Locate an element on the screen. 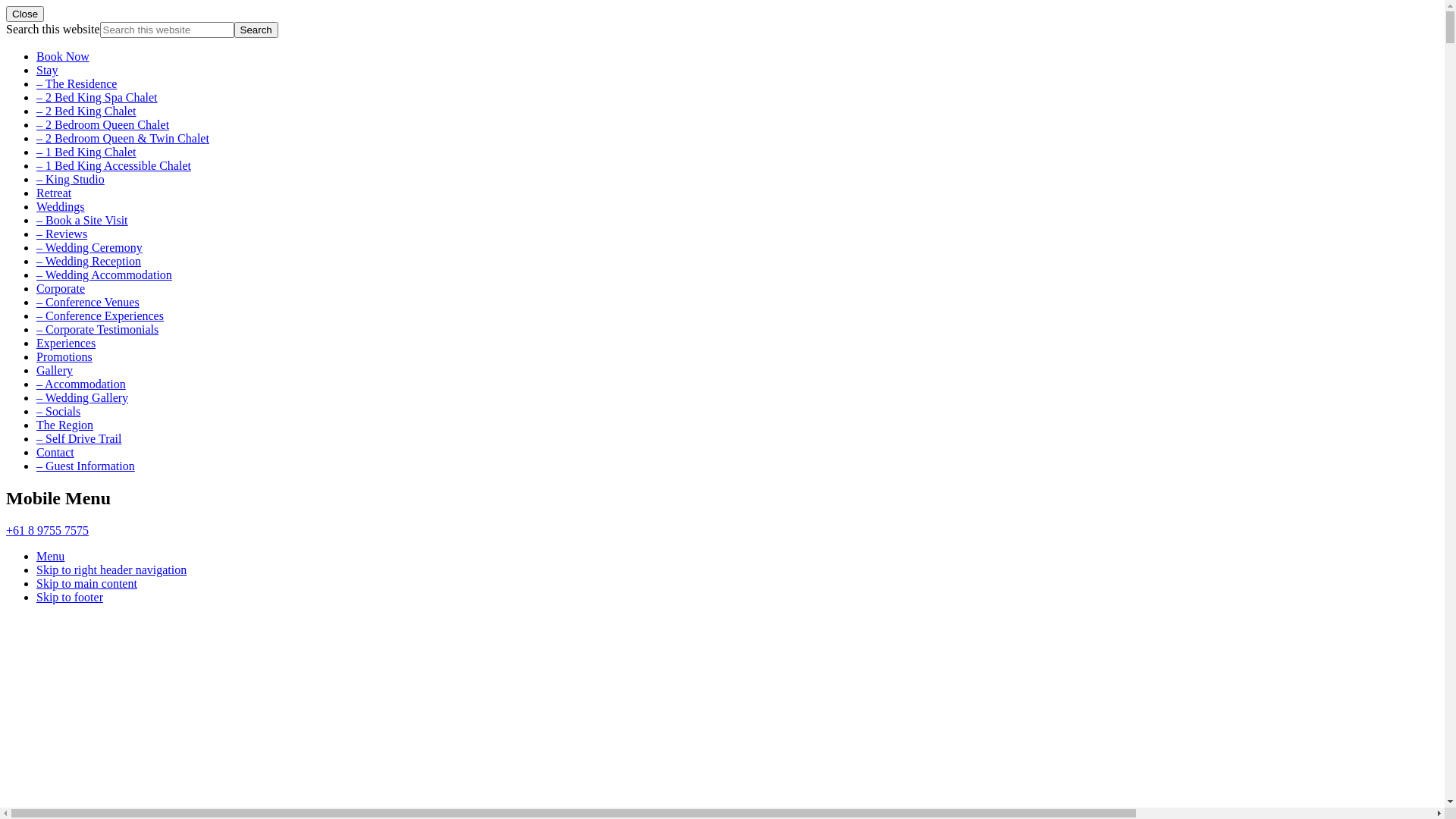 The image size is (1456, 819). 'The Region' is located at coordinates (64, 425).